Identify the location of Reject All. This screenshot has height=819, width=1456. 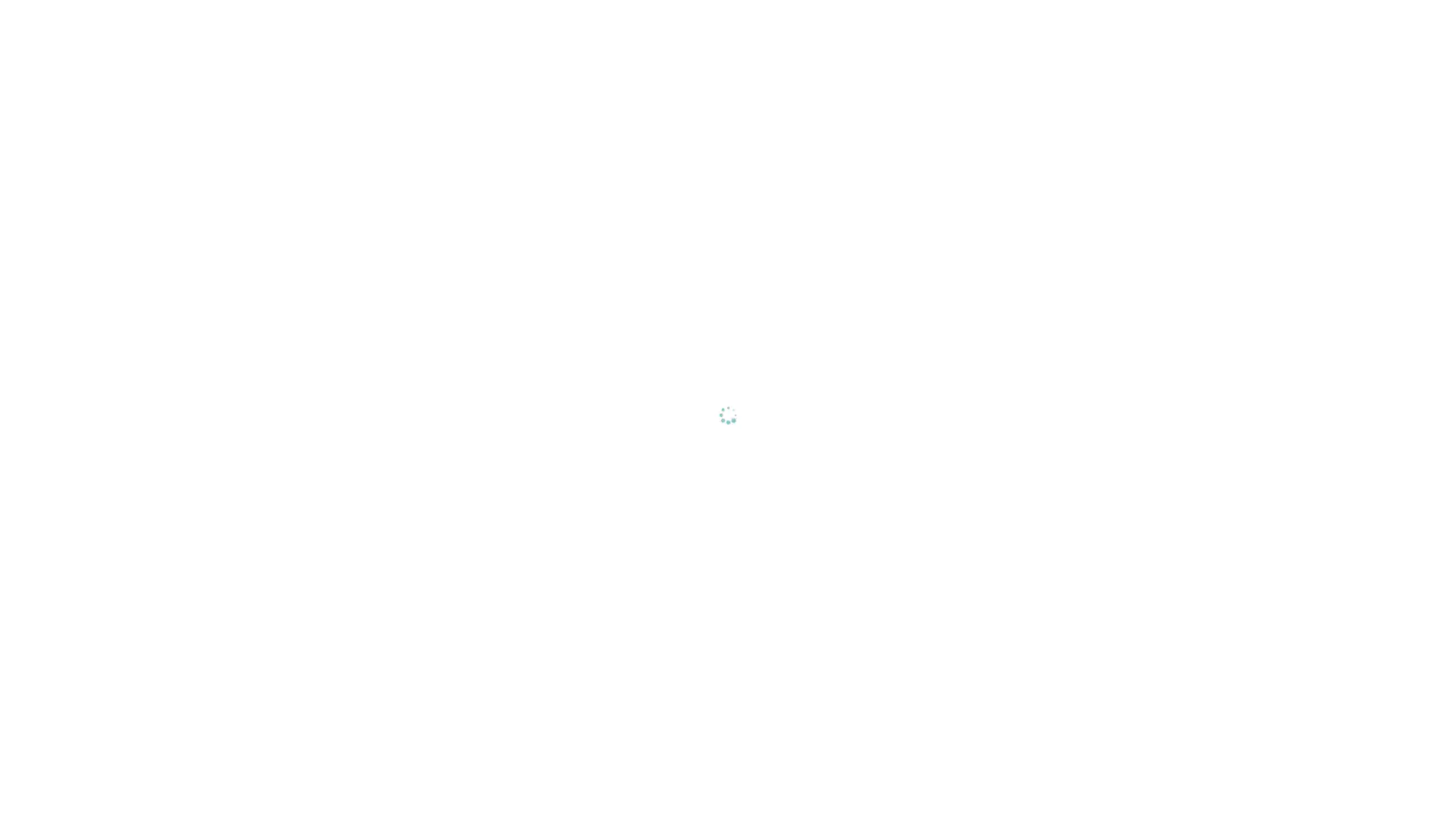
(791, 171).